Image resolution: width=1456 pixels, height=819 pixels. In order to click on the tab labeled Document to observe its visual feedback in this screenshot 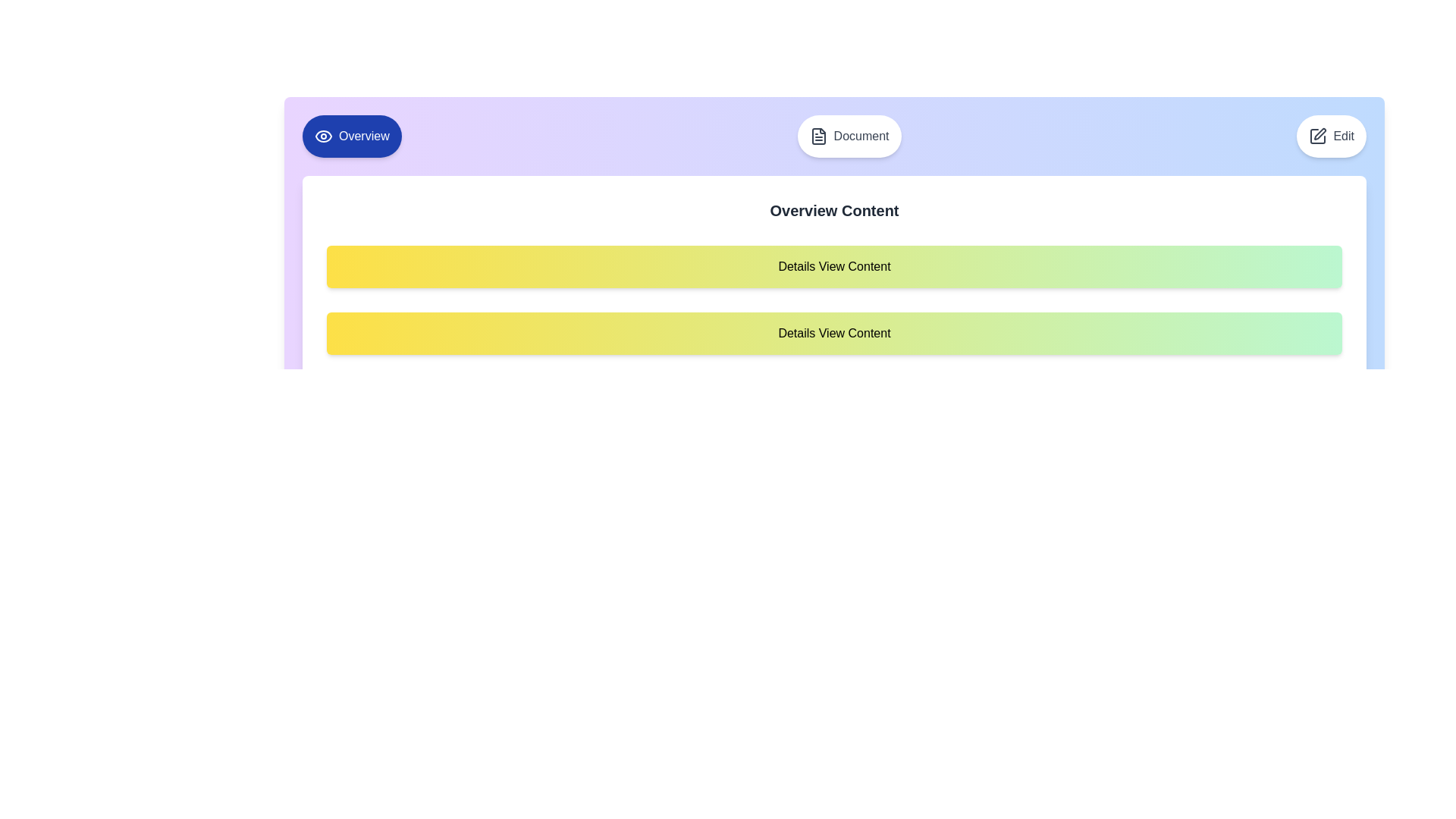, I will do `click(848, 136)`.